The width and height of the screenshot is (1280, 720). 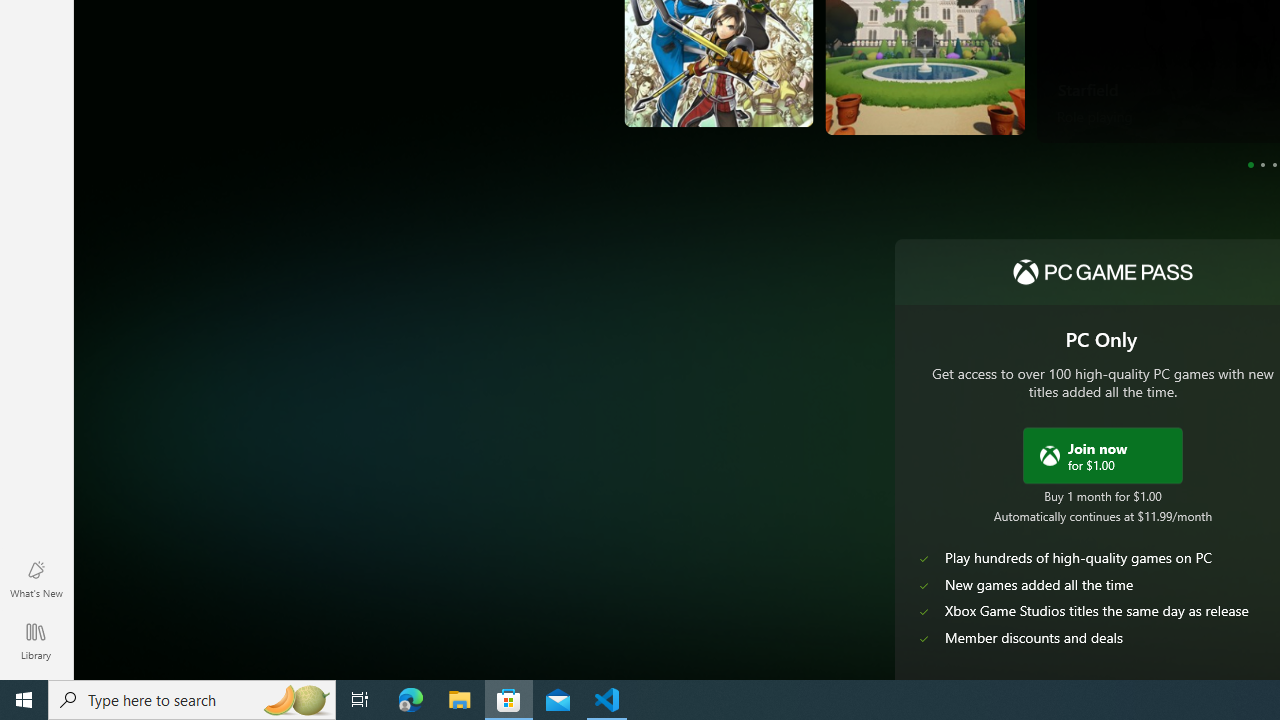 I want to click on 'Library', so click(x=35, y=640).